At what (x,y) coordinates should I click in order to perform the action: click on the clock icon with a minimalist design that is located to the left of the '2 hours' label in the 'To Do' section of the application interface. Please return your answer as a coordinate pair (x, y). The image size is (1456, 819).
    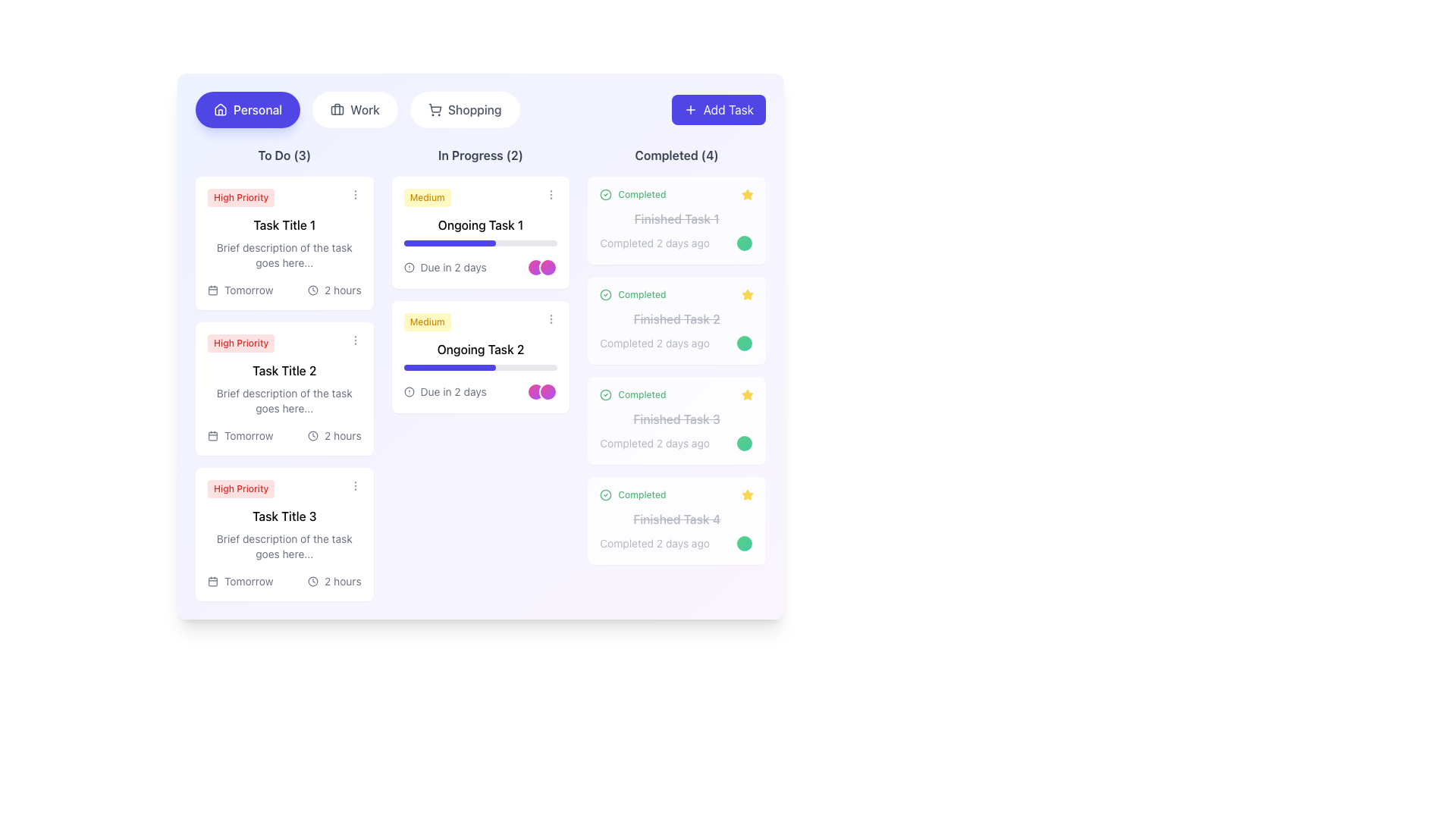
    Looking at the image, I should click on (312, 581).